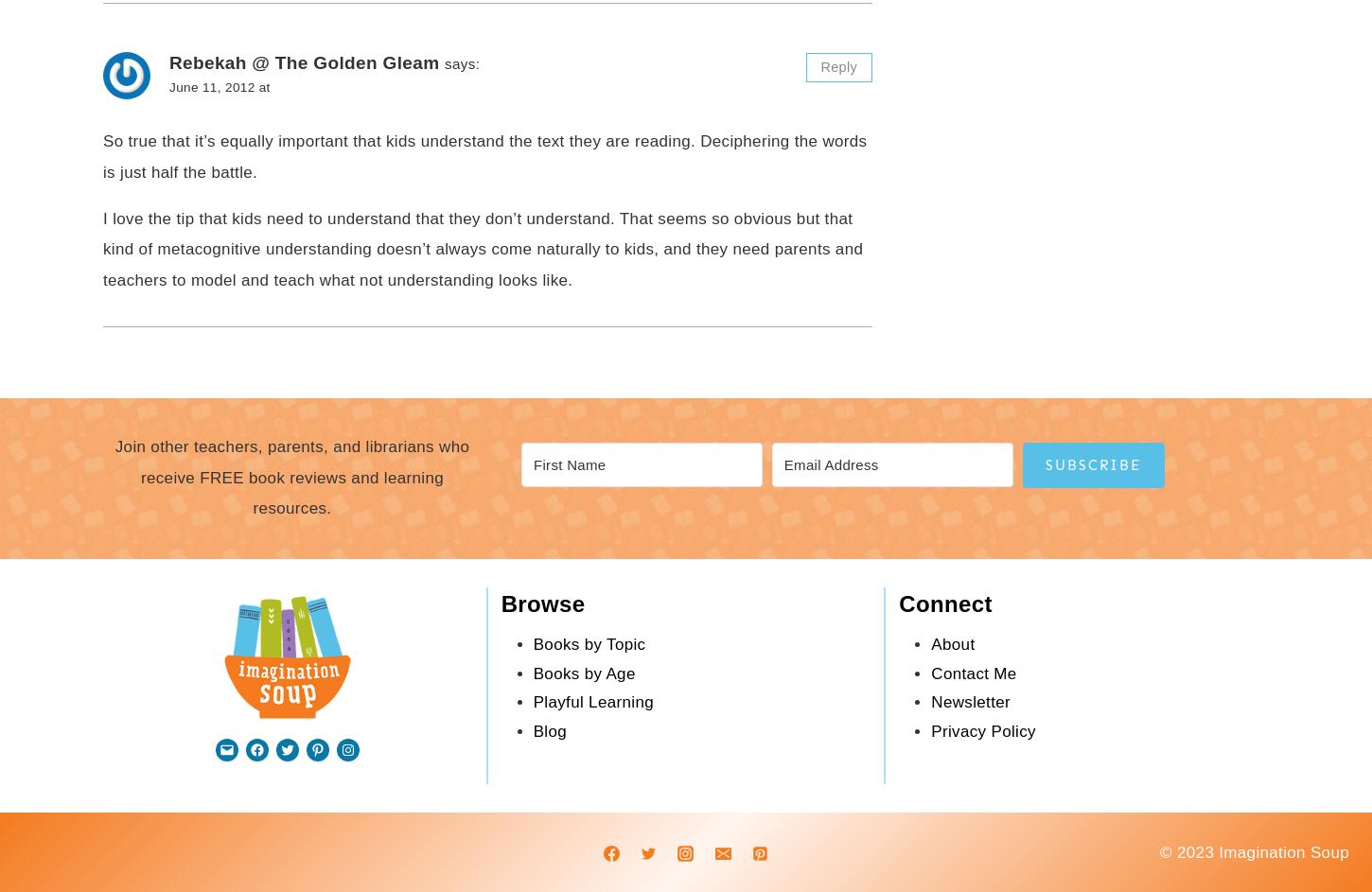 This screenshot has height=892, width=1372. I want to click on 'Contact Me', so click(974, 672).